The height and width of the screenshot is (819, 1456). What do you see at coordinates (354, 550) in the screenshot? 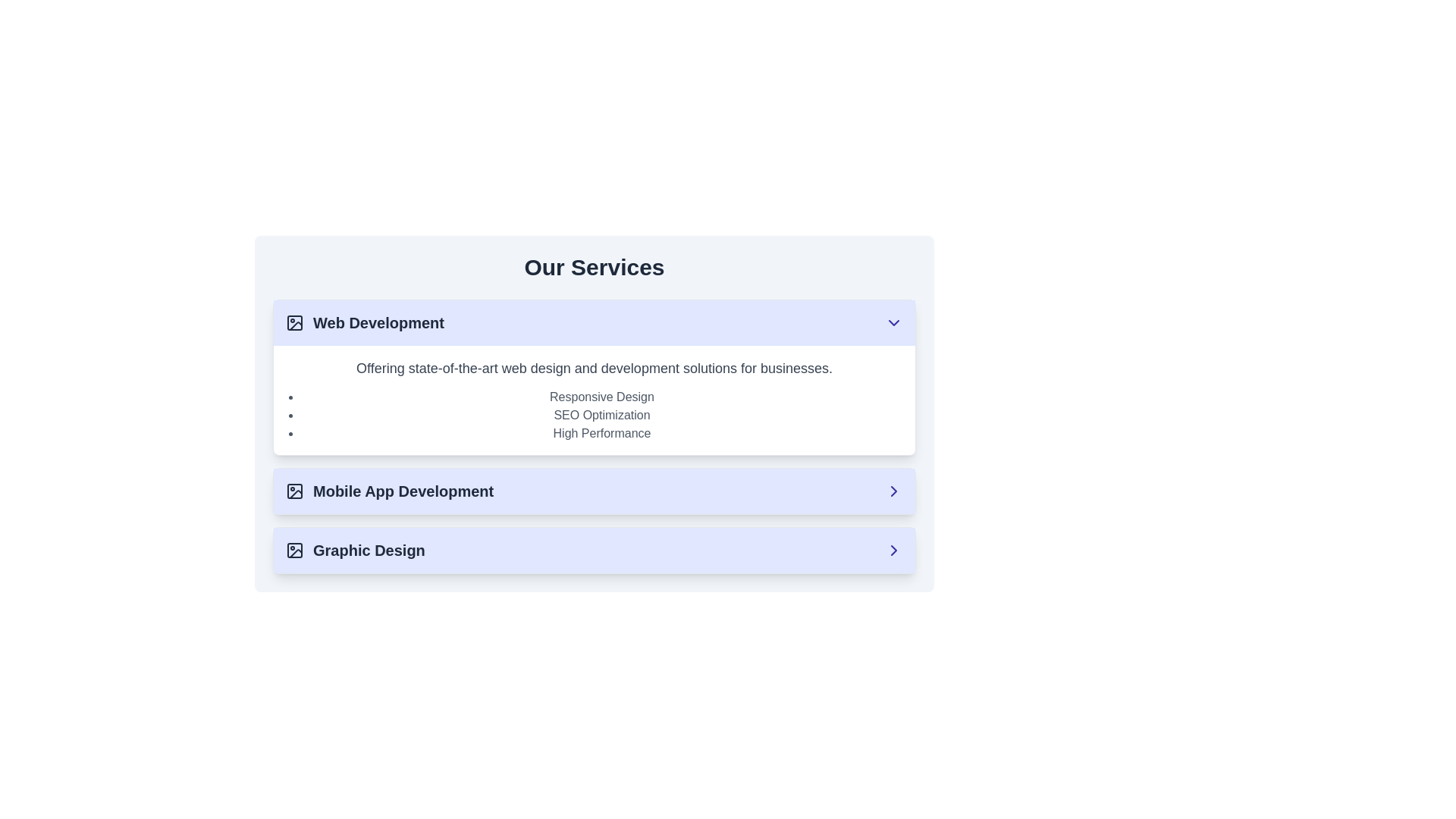
I see `the text label 'Graphic Design'` at bounding box center [354, 550].